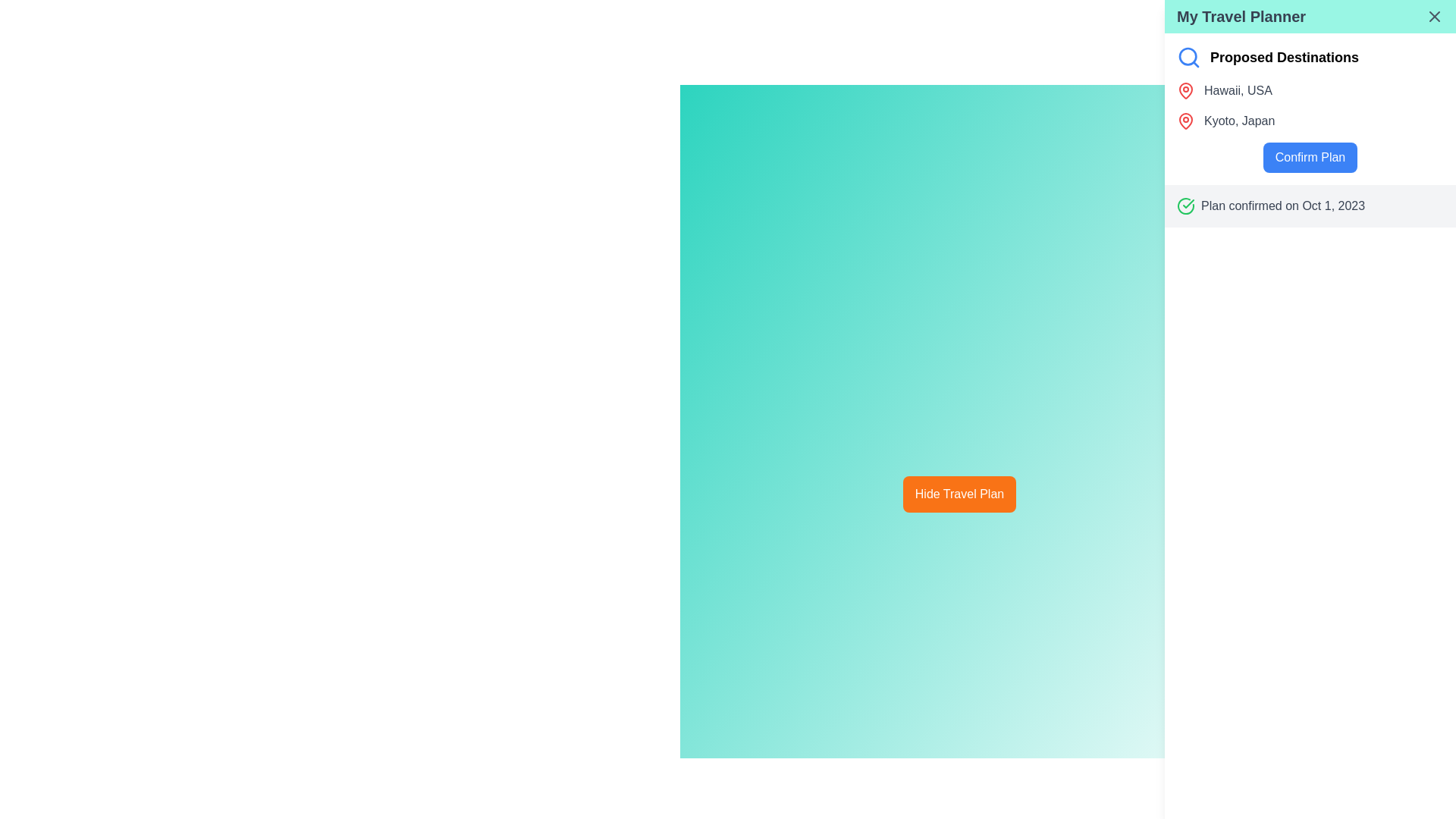  What do you see at coordinates (1310, 120) in the screenshot?
I see `the text label displaying 'Kyoto, Japan' with a red pin icon, which is the second item in the 'Proposed Destinations' list in the 'My Travel Planner' panel` at bounding box center [1310, 120].